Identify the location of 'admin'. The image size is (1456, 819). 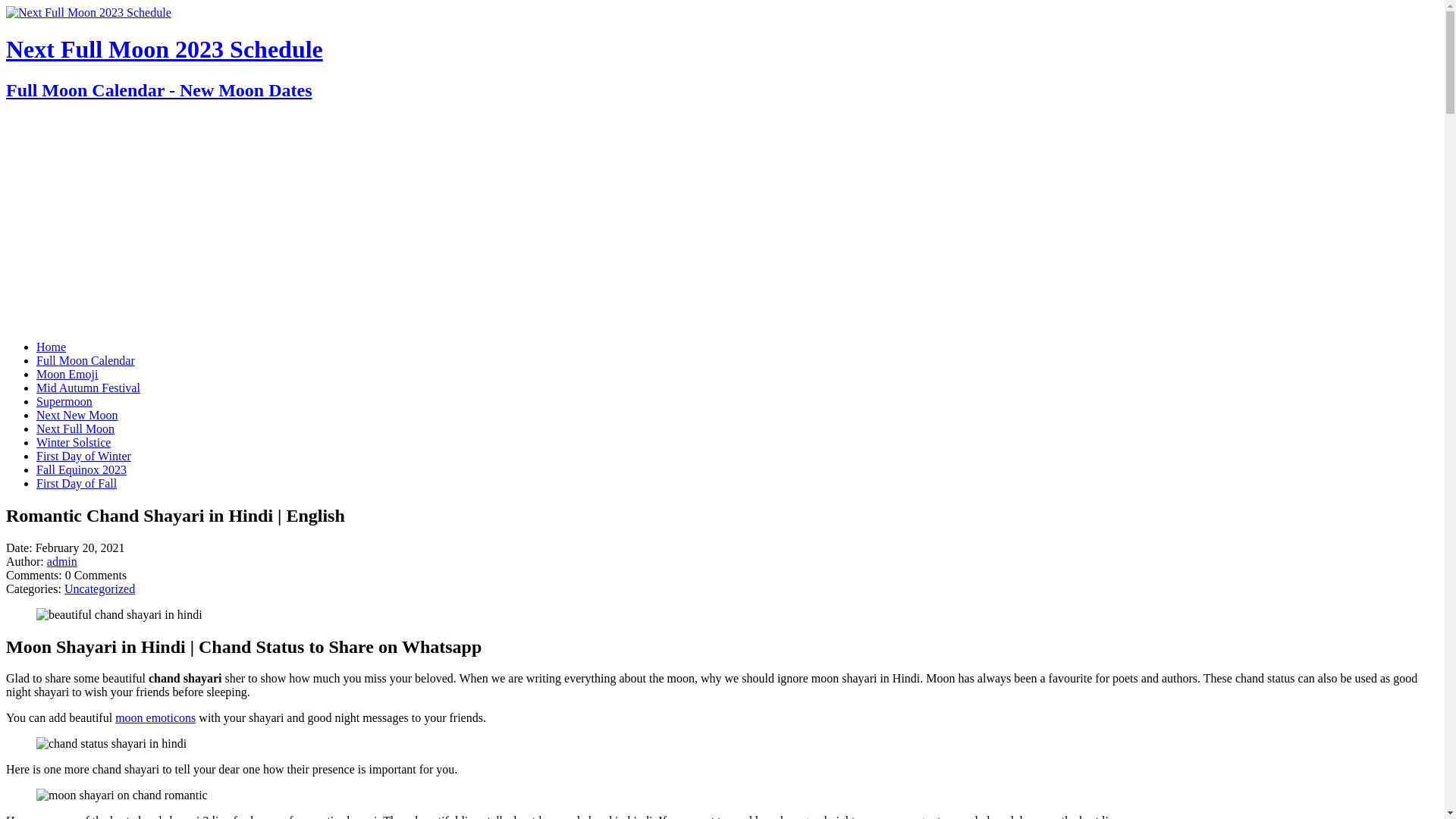
(61, 561).